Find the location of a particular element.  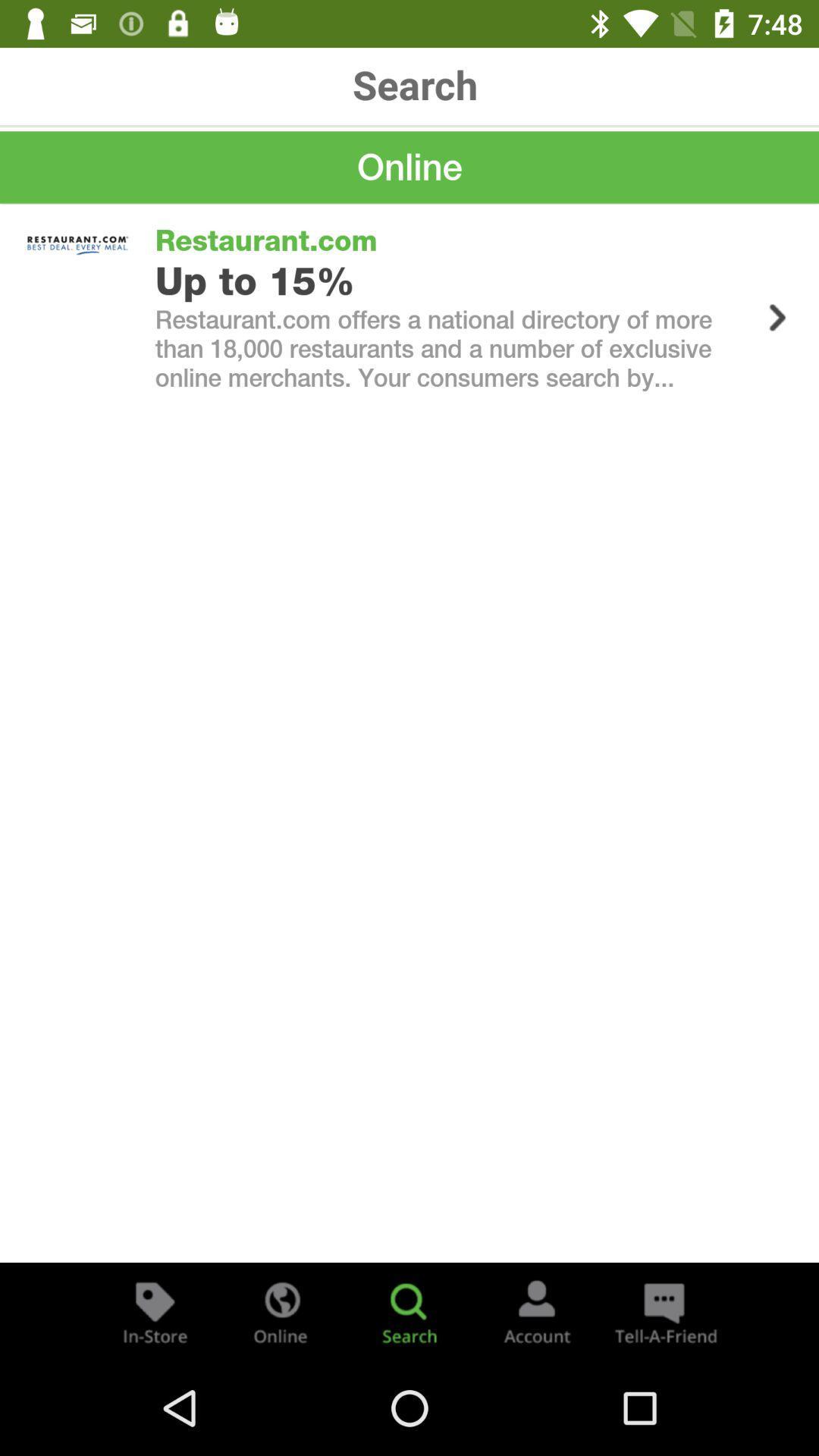

the avatar icon is located at coordinates (536, 1310).